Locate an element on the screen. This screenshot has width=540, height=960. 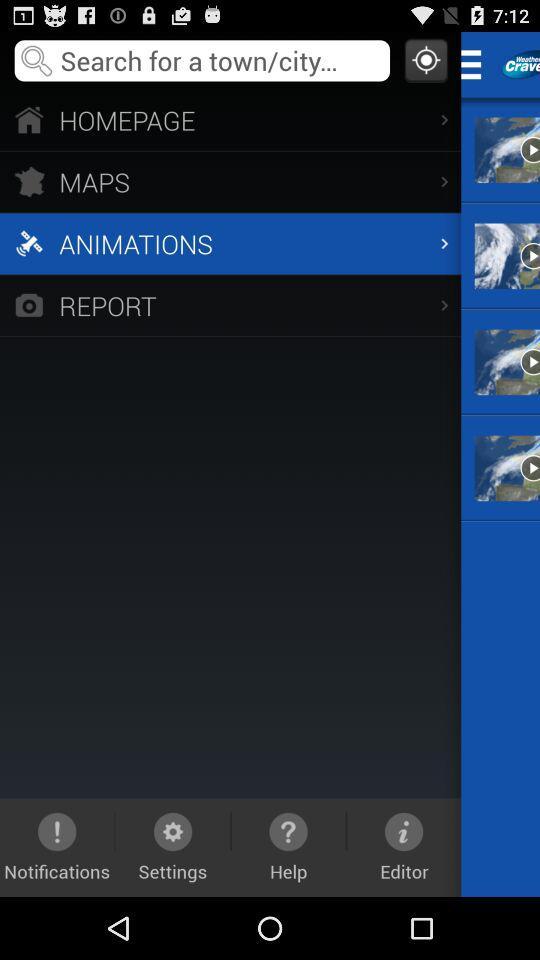
the app above the homepage app is located at coordinates (425, 59).